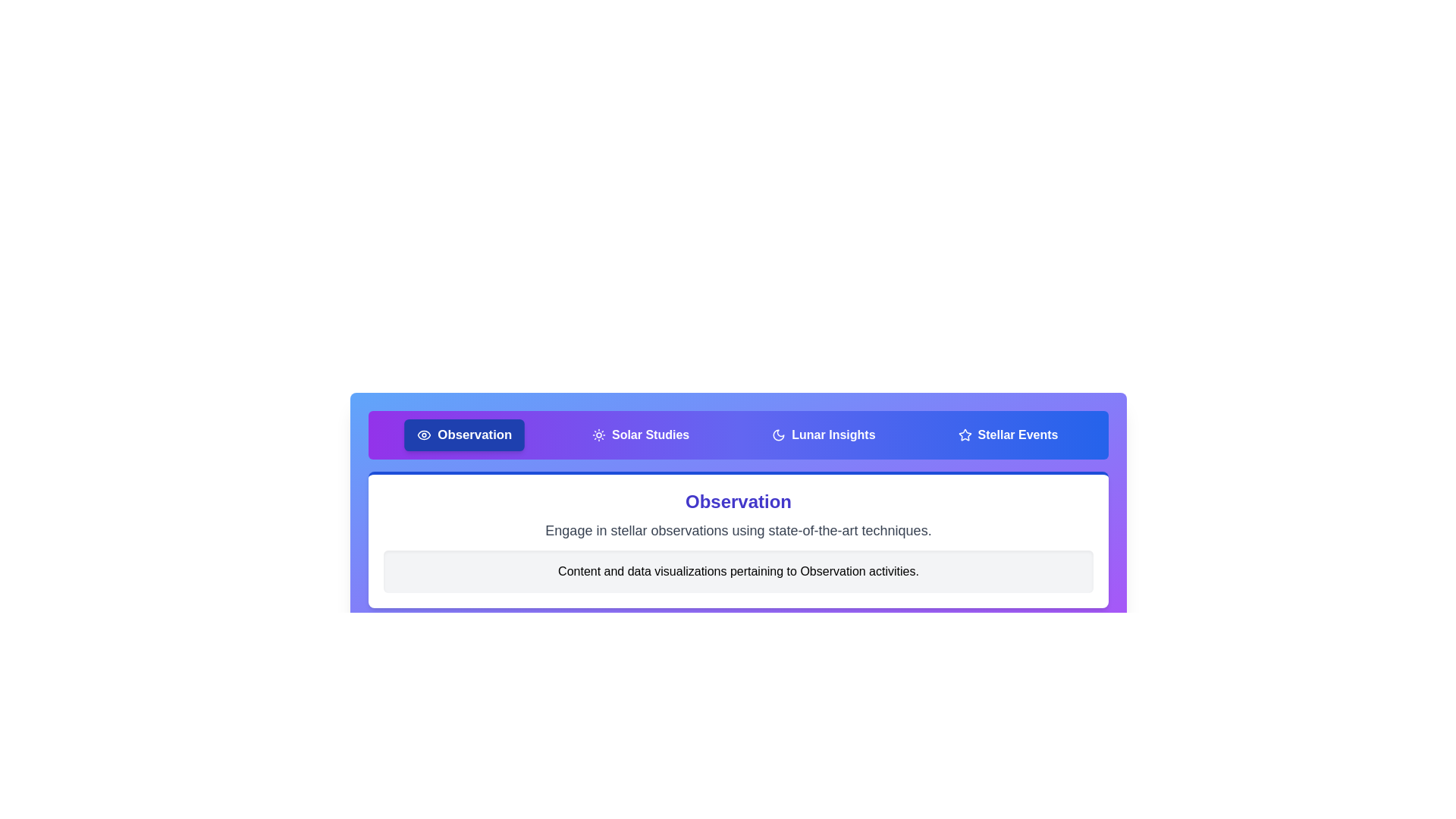 The width and height of the screenshot is (1456, 819). Describe the element at coordinates (823, 435) in the screenshot. I see `the tab labeled Lunar Insights to switch to its content` at that location.